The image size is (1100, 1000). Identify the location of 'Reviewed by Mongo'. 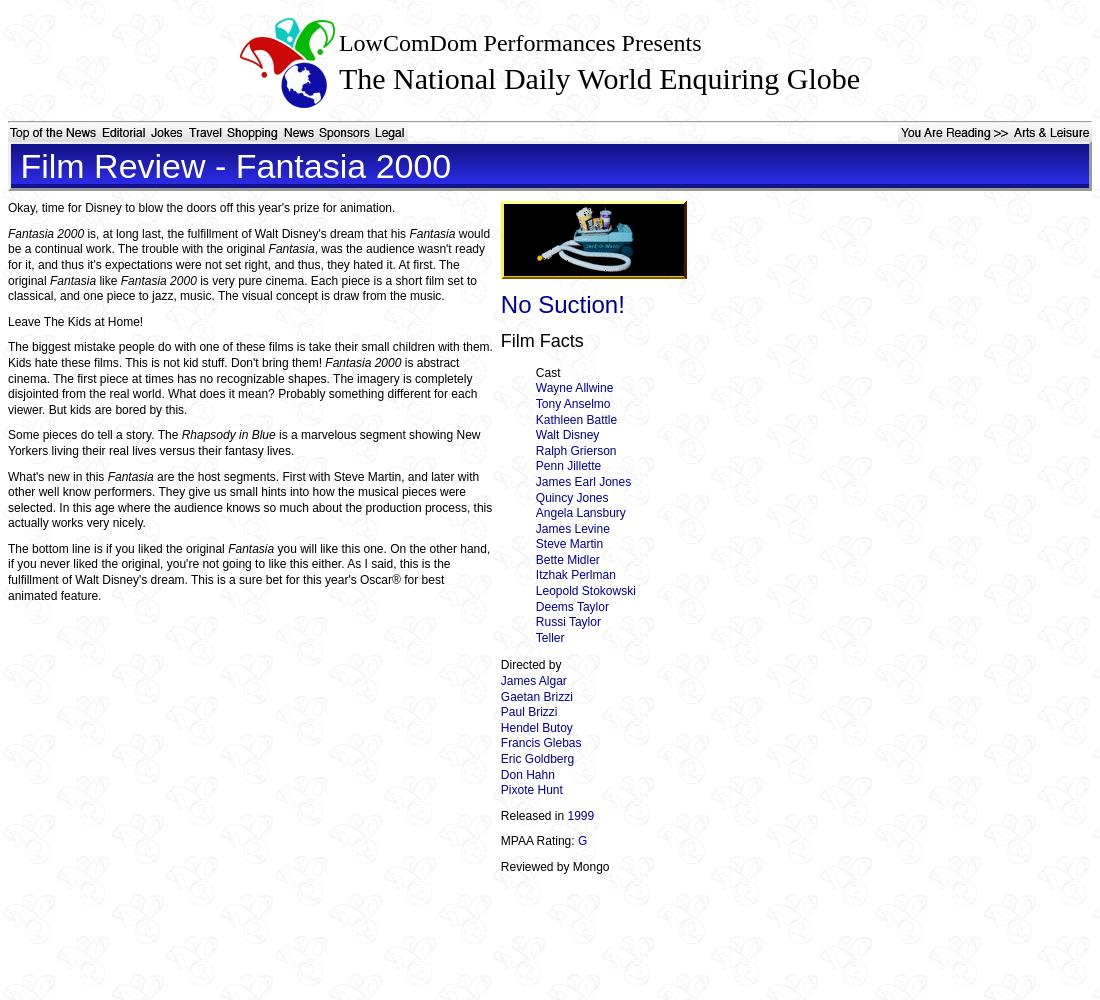
(553, 865).